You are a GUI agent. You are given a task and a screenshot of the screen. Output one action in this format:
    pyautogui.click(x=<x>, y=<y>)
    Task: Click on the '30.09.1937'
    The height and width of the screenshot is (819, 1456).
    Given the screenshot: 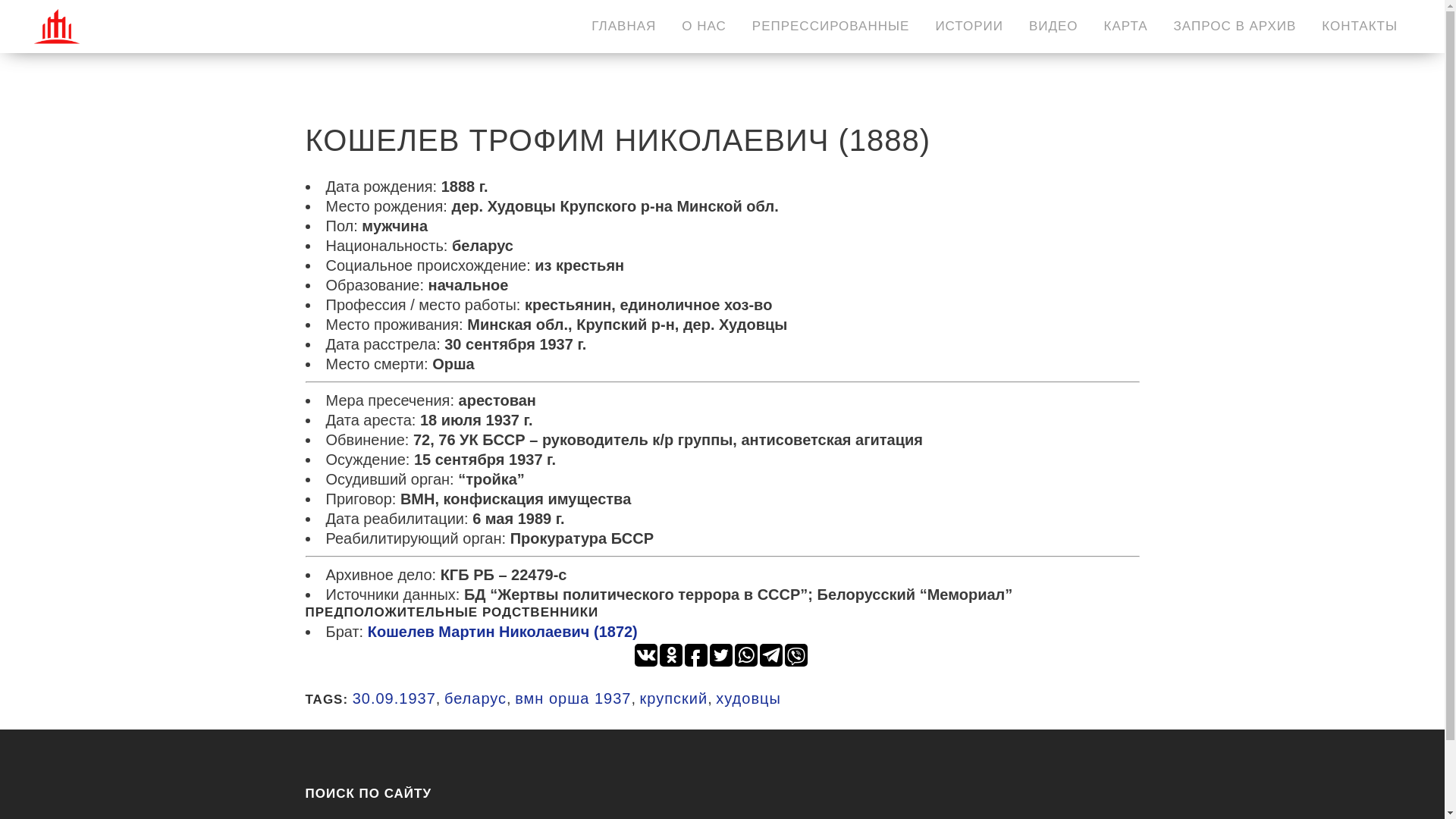 What is the action you would take?
    pyautogui.click(x=394, y=698)
    